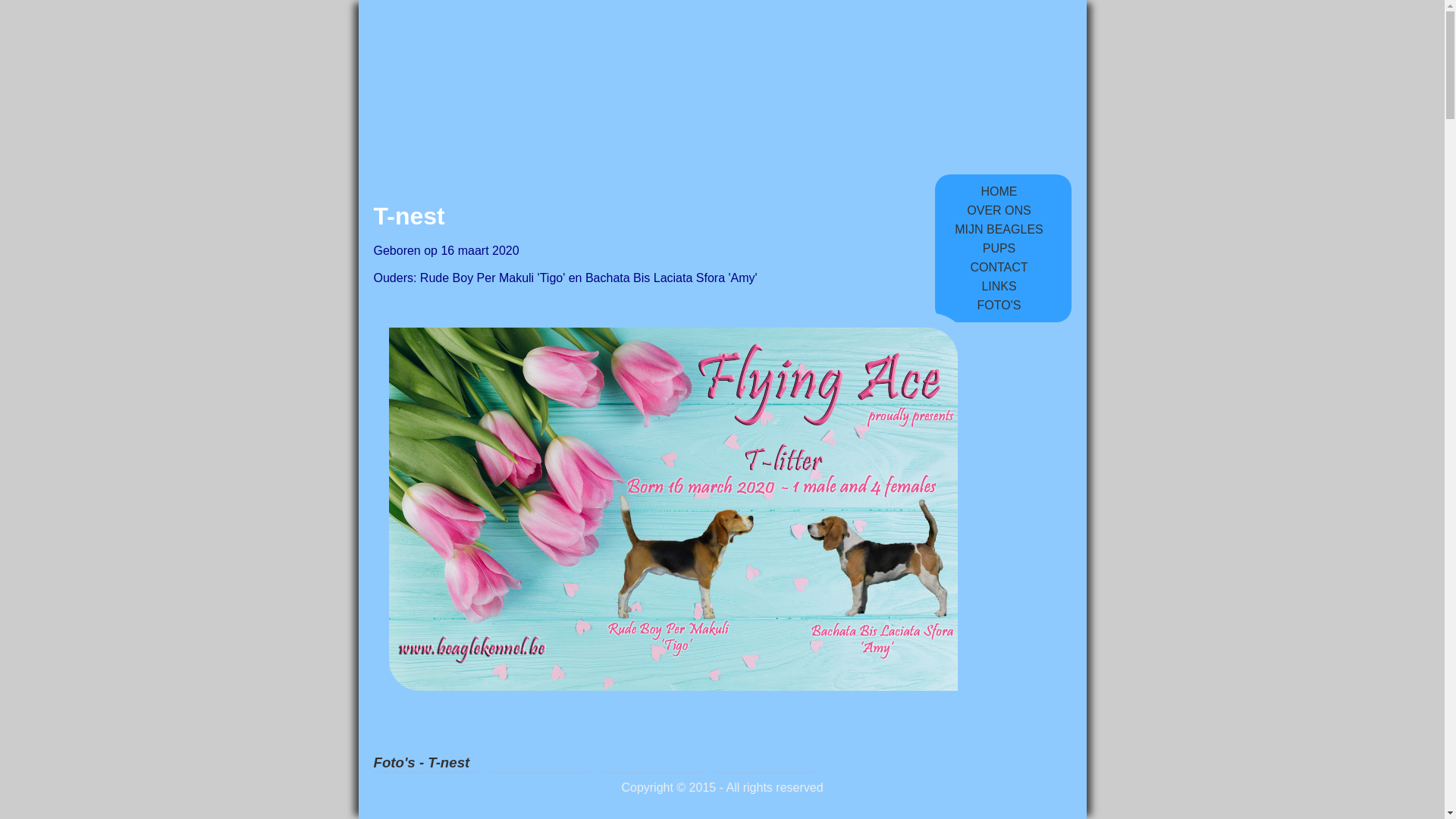 This screenshot has height=819, width=1456. I want to click on 'CONTACT', so click(998, 266).